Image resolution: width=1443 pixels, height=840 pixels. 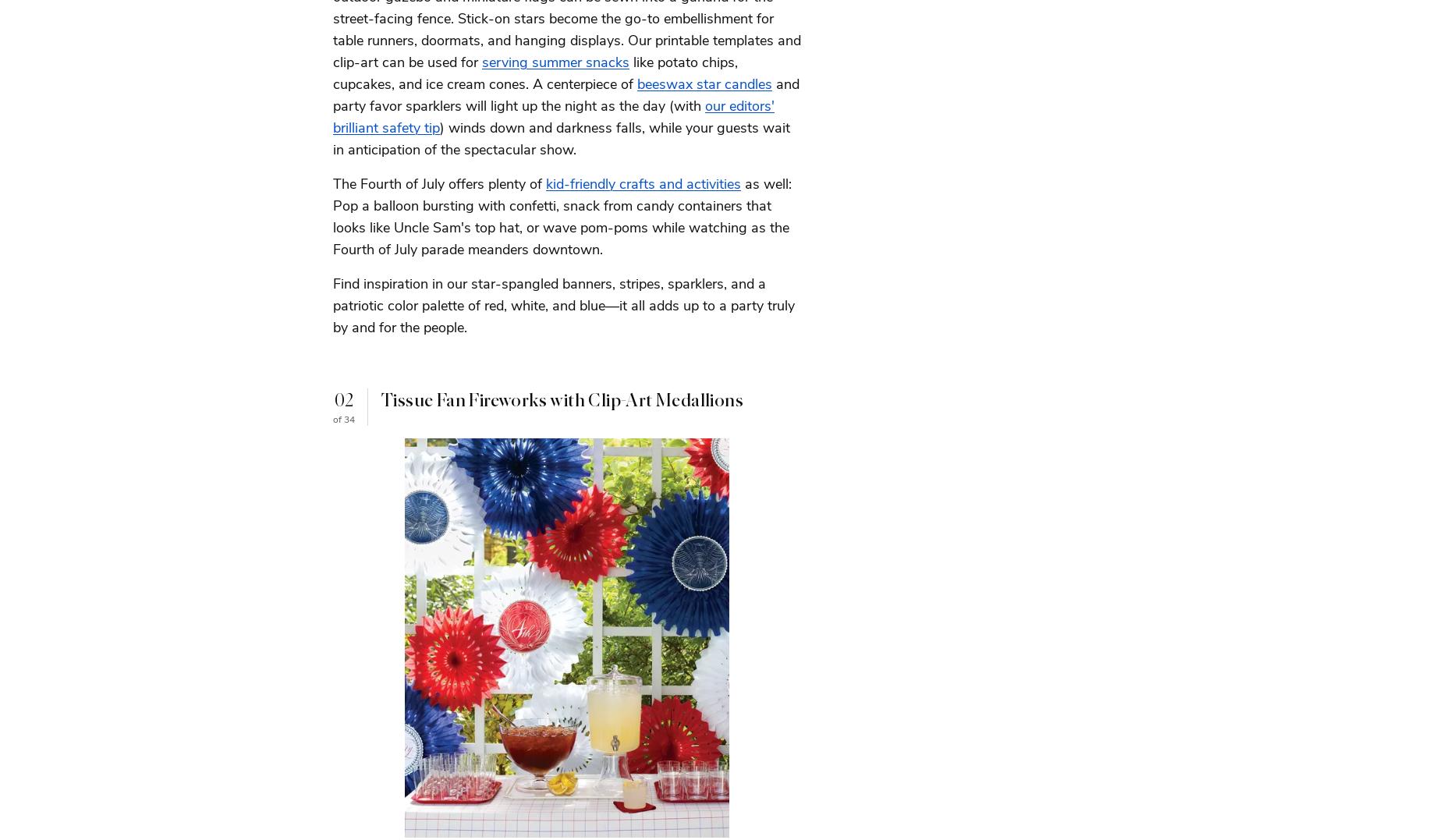 I want to click on 'beeswax star candles', so click(x=704, y=83).